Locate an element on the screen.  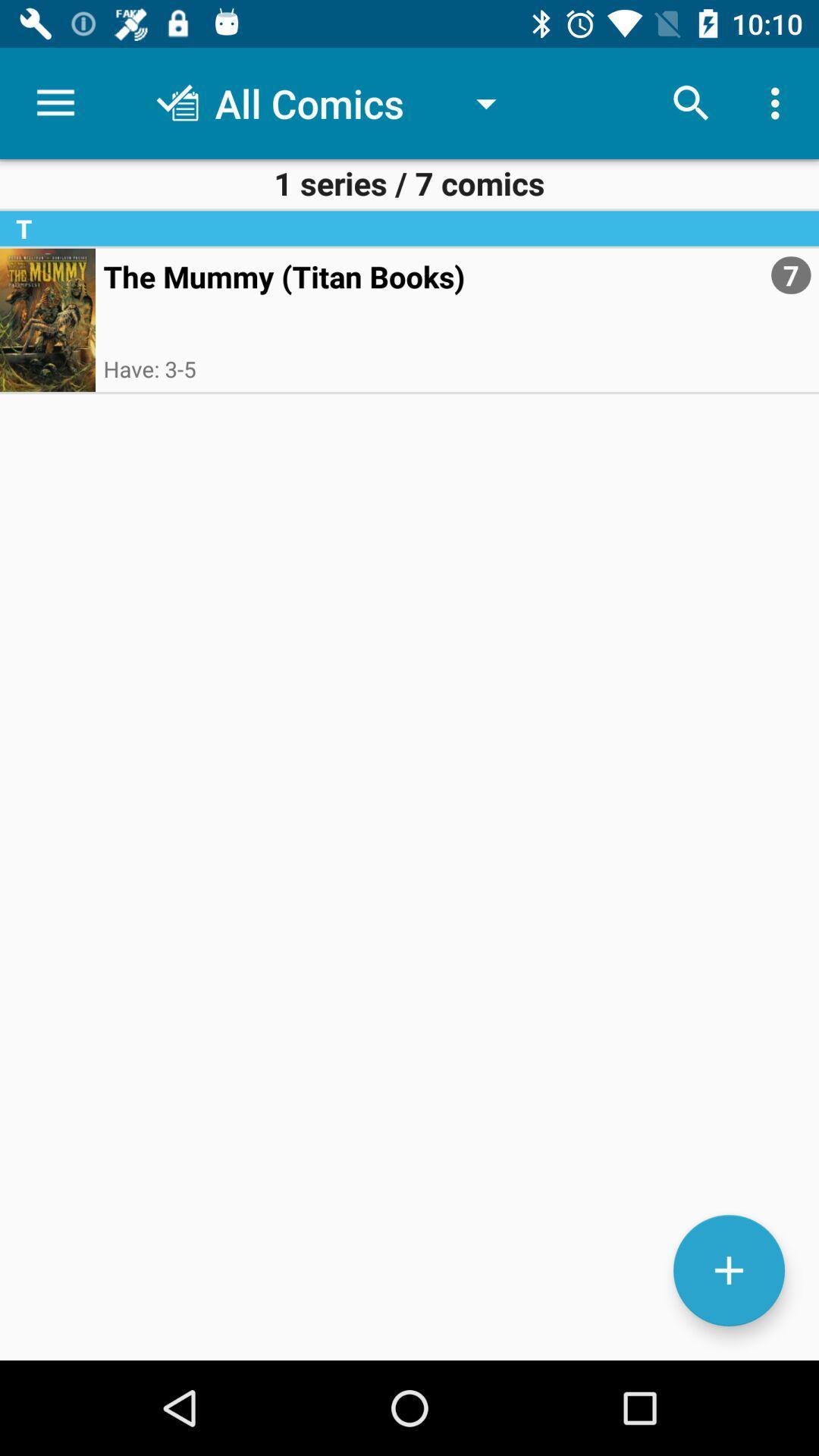
on the search icon is located at coordinates (691, 103).